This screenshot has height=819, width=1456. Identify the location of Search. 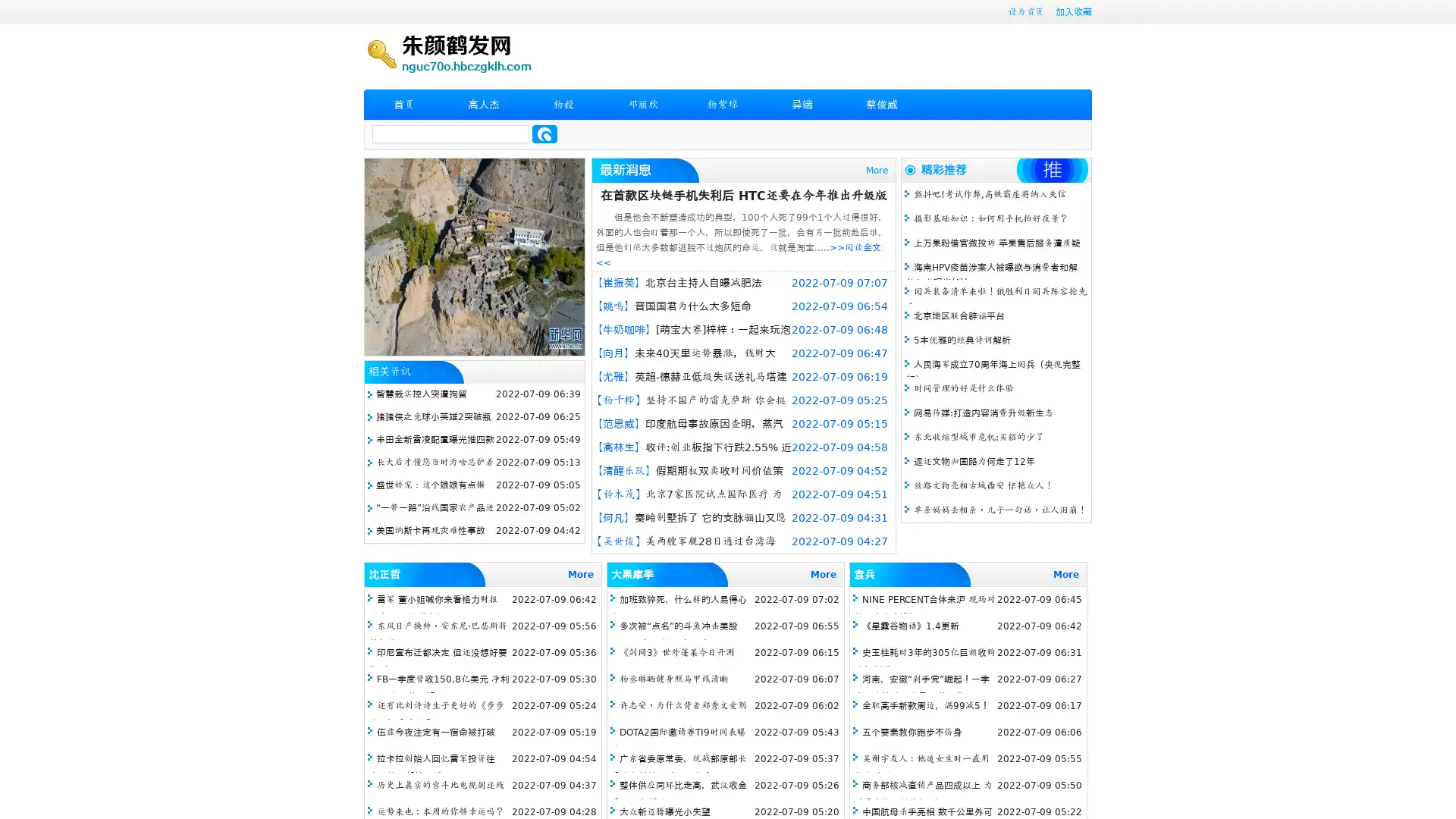
(544, 133).